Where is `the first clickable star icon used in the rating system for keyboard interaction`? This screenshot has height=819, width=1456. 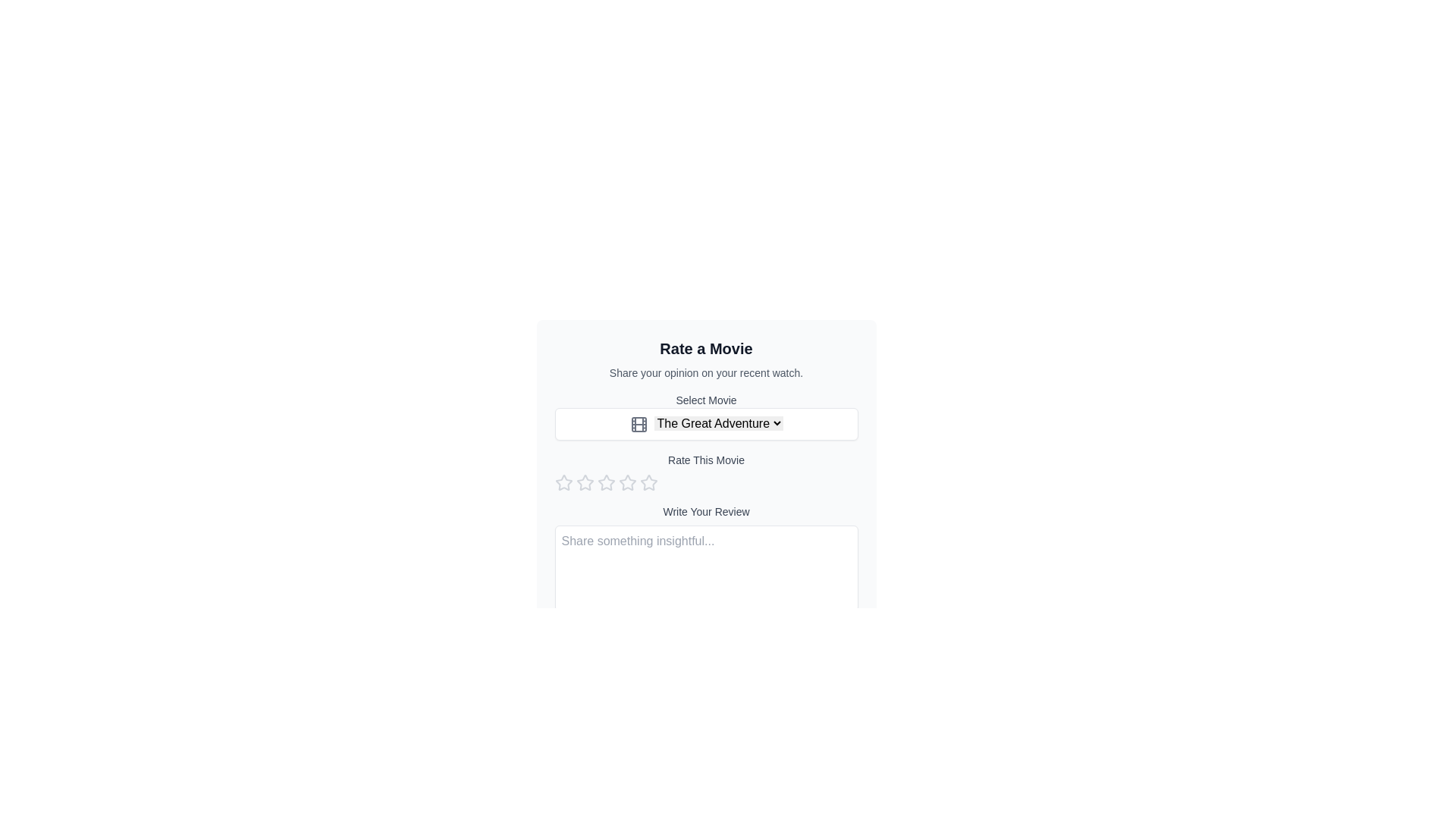
the first clickable star icon used in the rating system for keyboard interaction is located at coordinates (563, 482).